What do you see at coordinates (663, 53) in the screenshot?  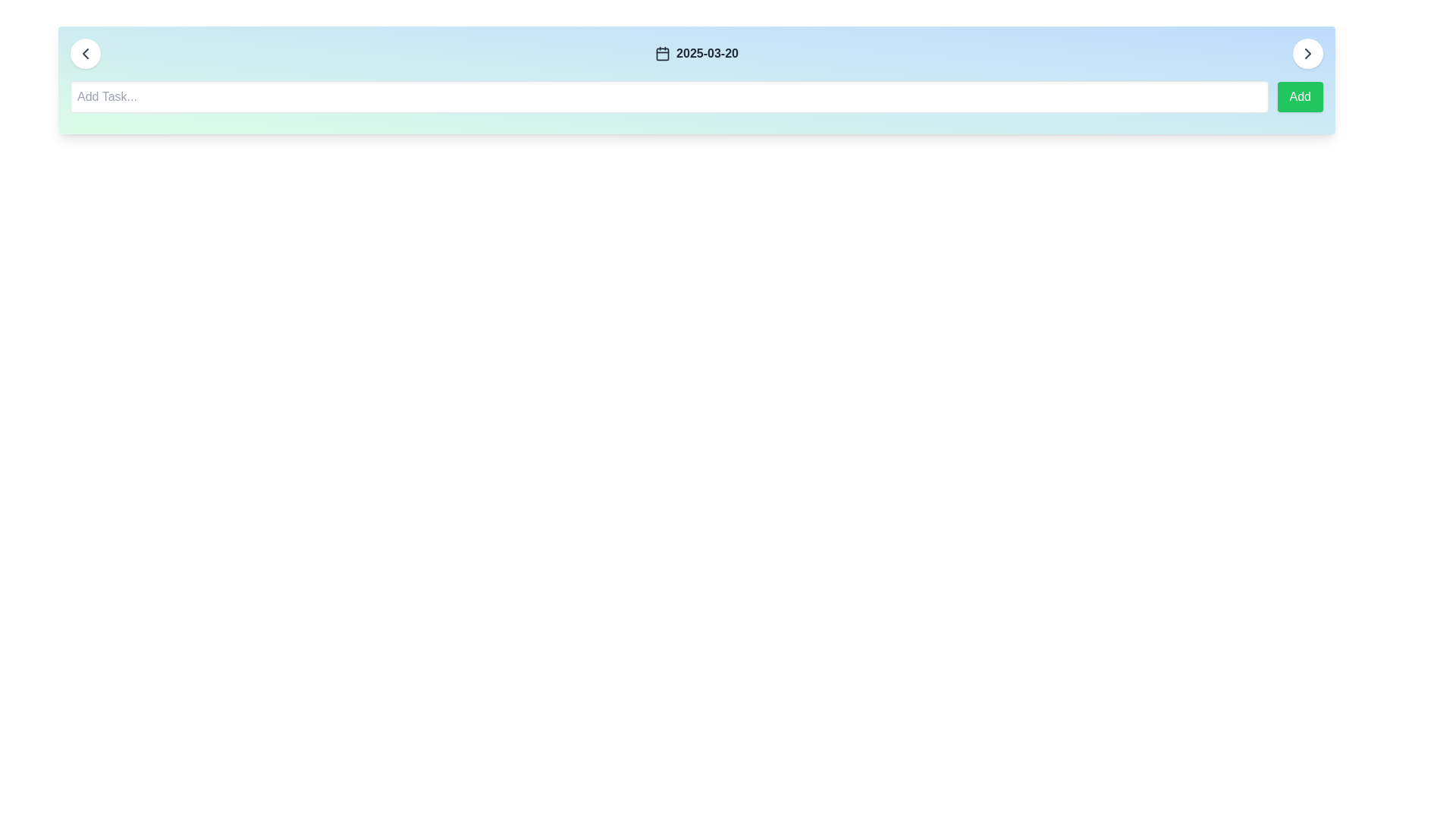 I see `the decorative rounded rectangle inside the calendar icon located near the upper center of the interface beside the text '2025-03-20'` at bounding box center [663, 53].